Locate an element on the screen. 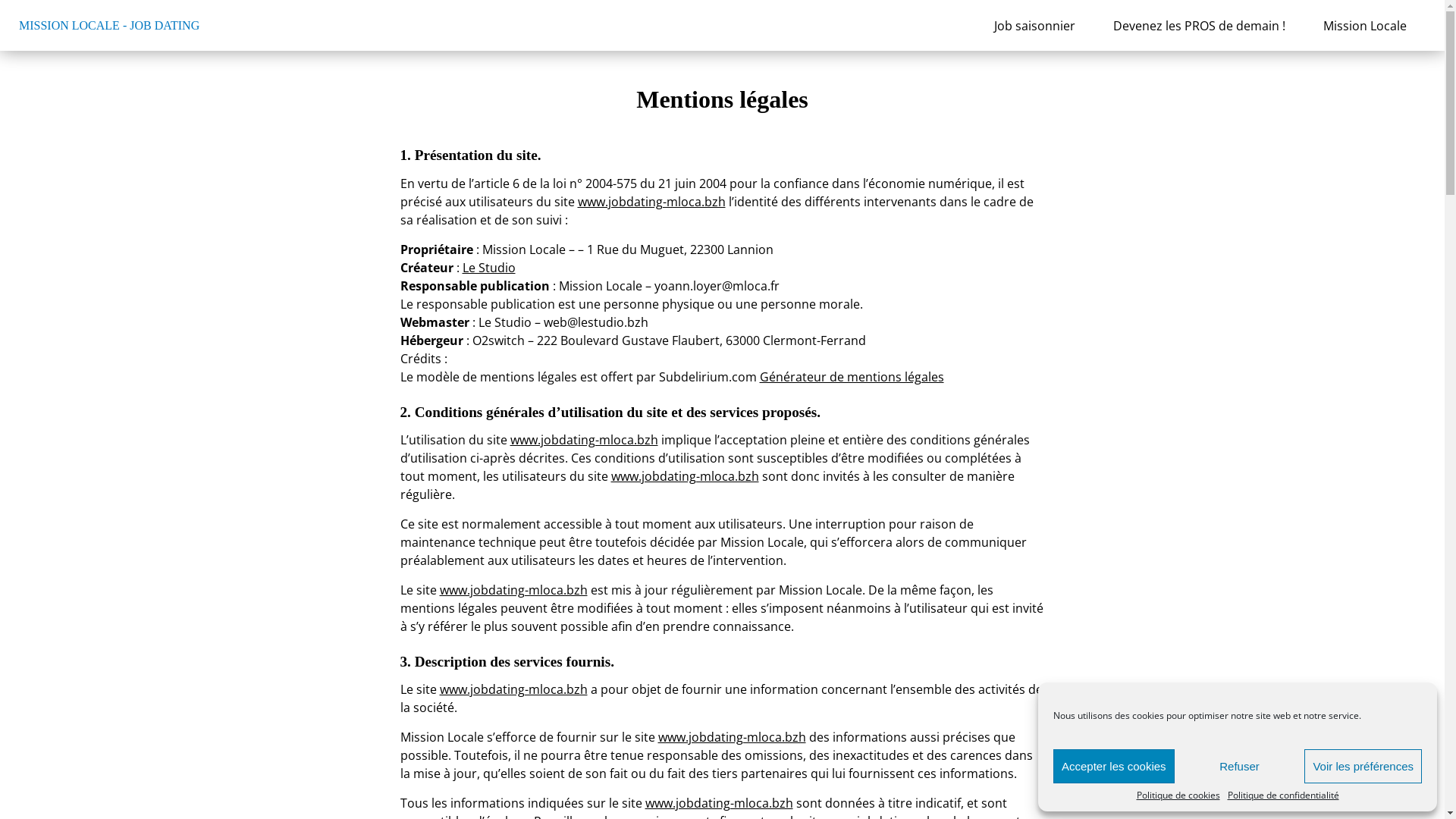 This screenshot has height=819, width=1456. 'Devenez les PROS de demain !' is located at coordinates (1198, 25).